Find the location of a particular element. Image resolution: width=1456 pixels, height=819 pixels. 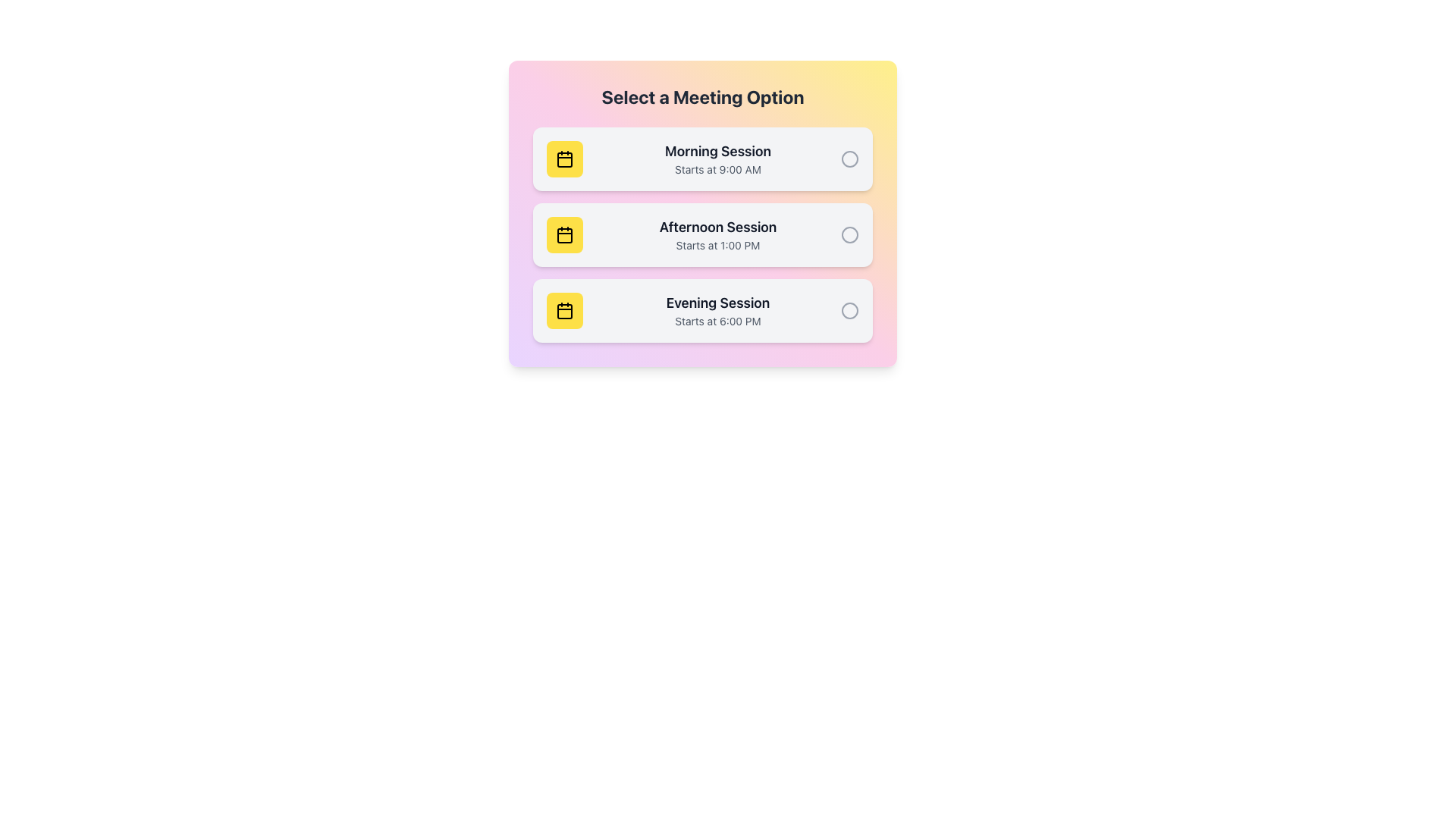

the inactive radio button circle for the 'Evening Session' option is located at coordinates (850, 309).